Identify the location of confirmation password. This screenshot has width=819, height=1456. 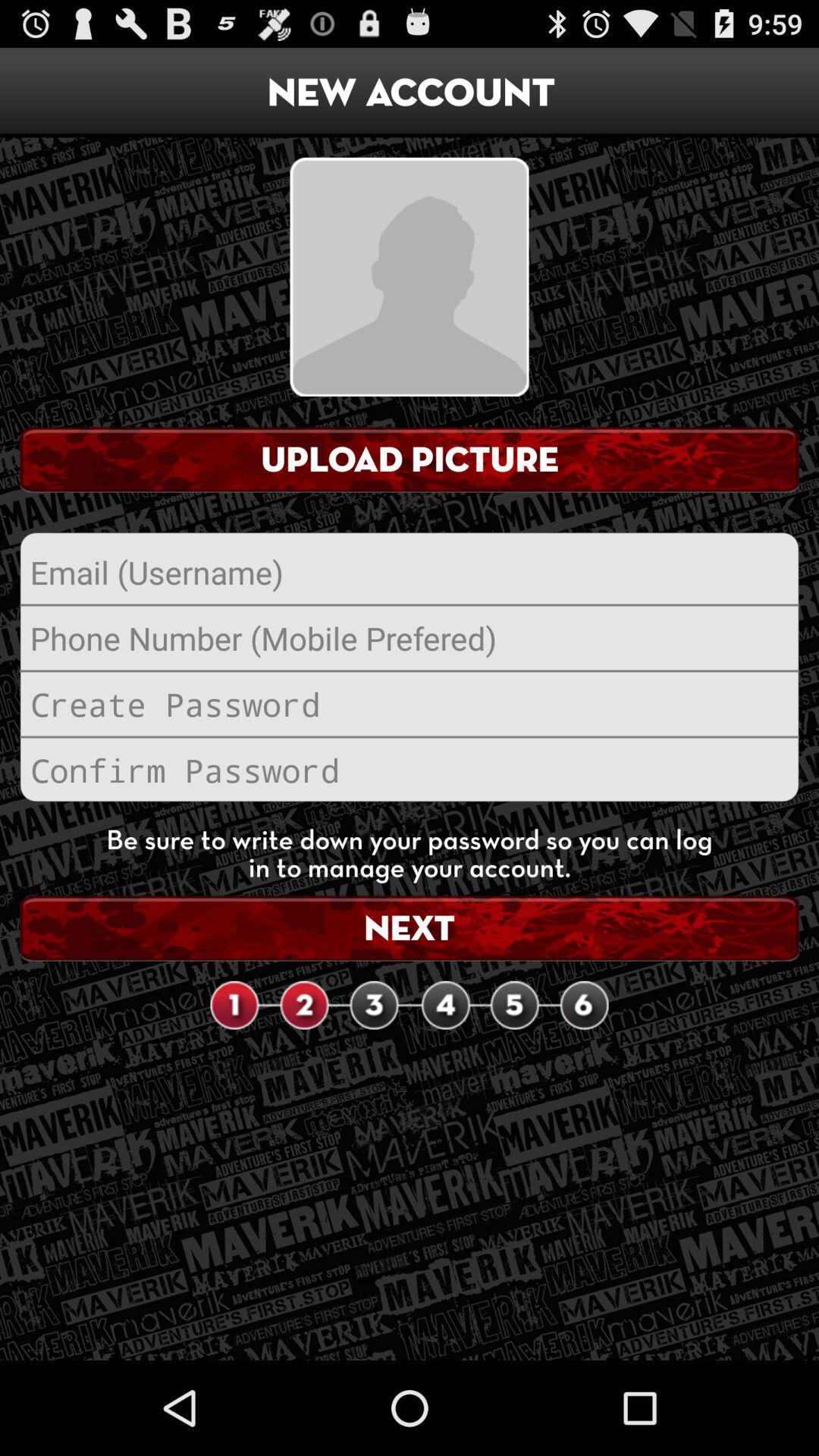
(409, 770).